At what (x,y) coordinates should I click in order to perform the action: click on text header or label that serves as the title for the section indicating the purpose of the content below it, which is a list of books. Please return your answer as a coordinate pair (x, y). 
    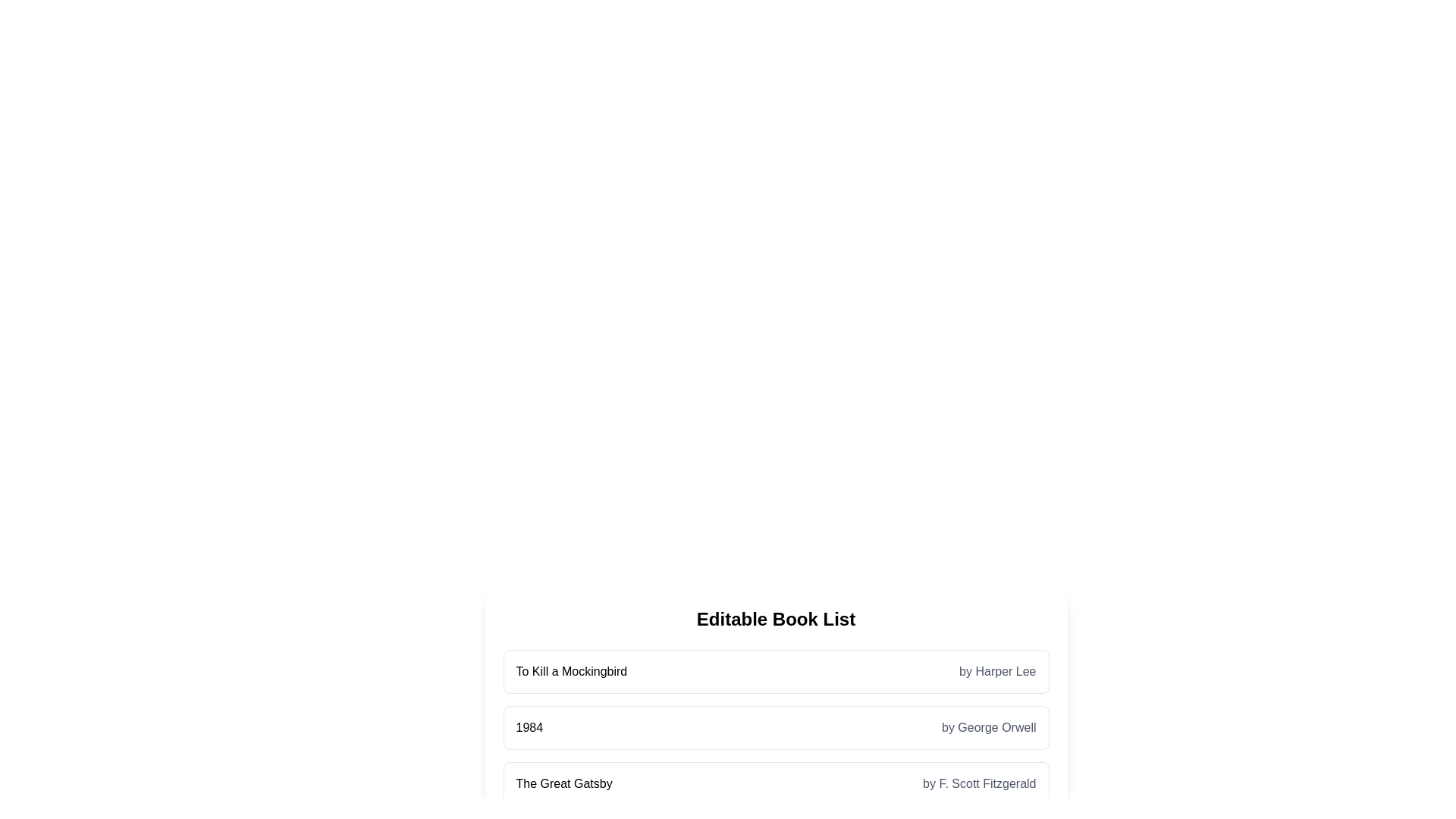
    Looking at the image, I should click on (776, 620).